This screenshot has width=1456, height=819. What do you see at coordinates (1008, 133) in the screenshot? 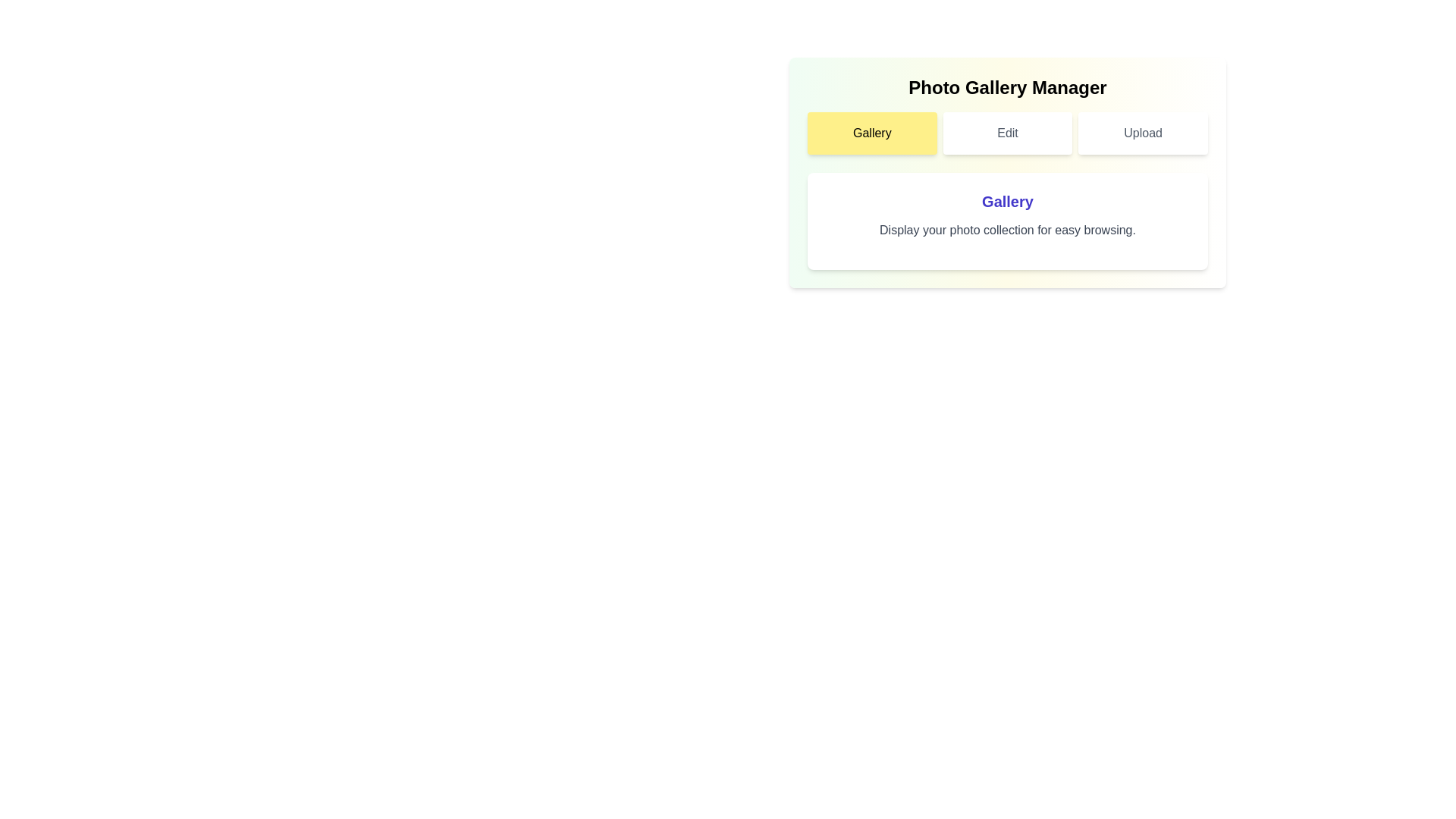
I see `the 'Edit' button with rounded corners and a white background located in the middle of three buttons labeled 'Gallery', 'Edit', and 'Upload'` at bounding box center [1008, 133].